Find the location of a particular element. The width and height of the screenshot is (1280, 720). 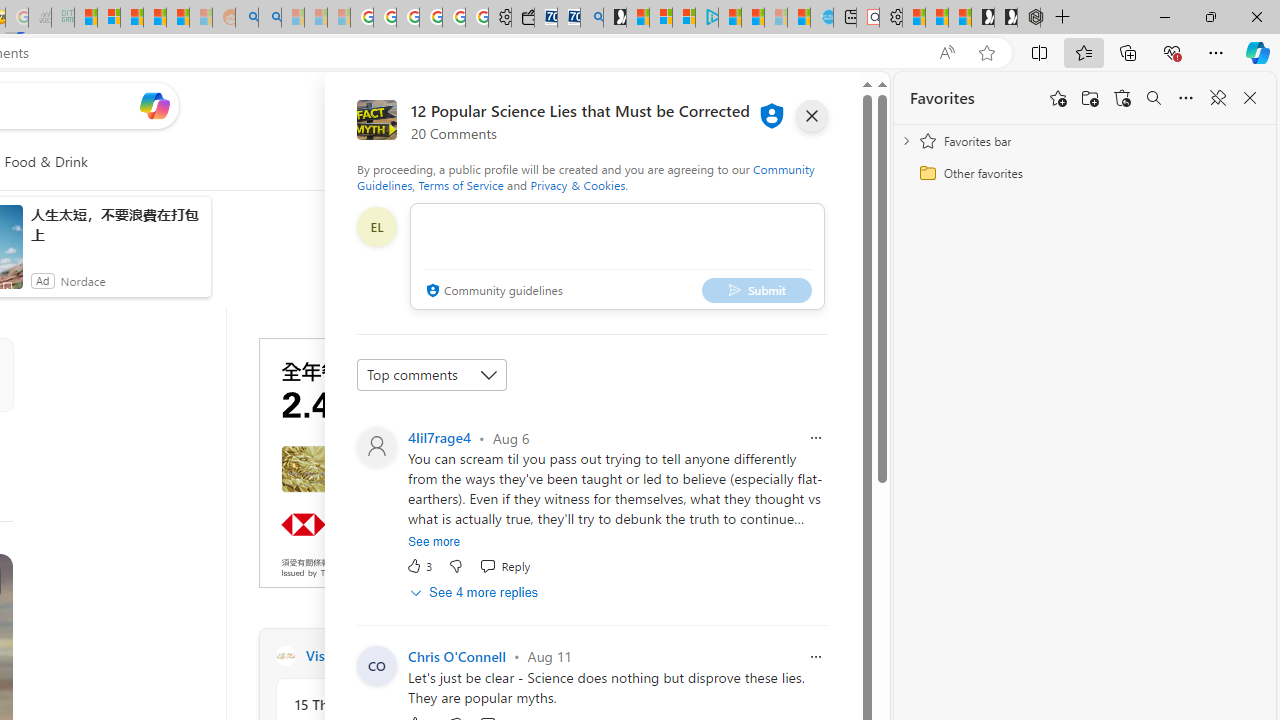

'Close favorites' is located at coordinates (1249, 98).